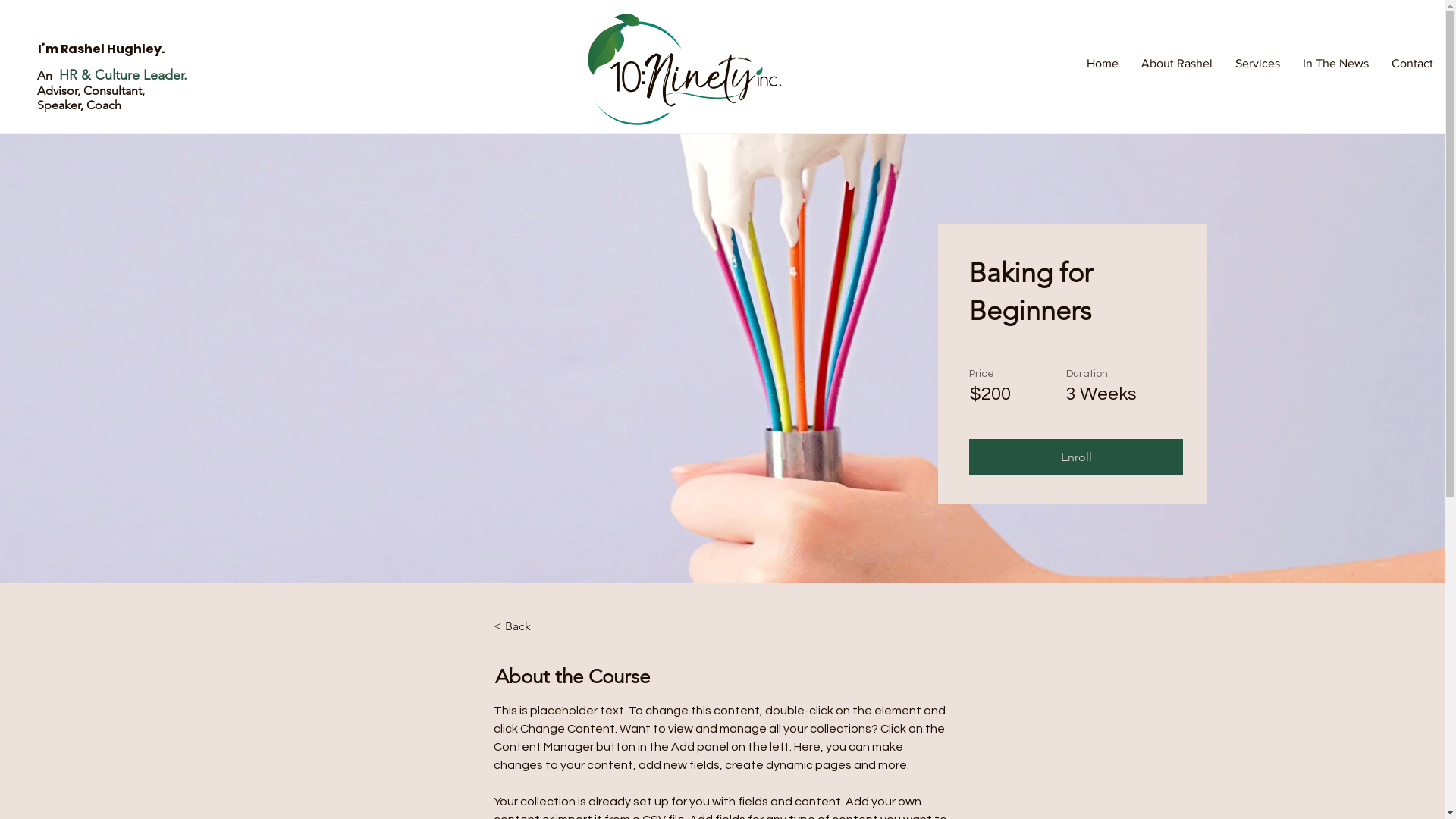 Image resolution: width=1456 pixels, height=819 pixels. I want to click on 'About Rashel', so click(1175, 63).